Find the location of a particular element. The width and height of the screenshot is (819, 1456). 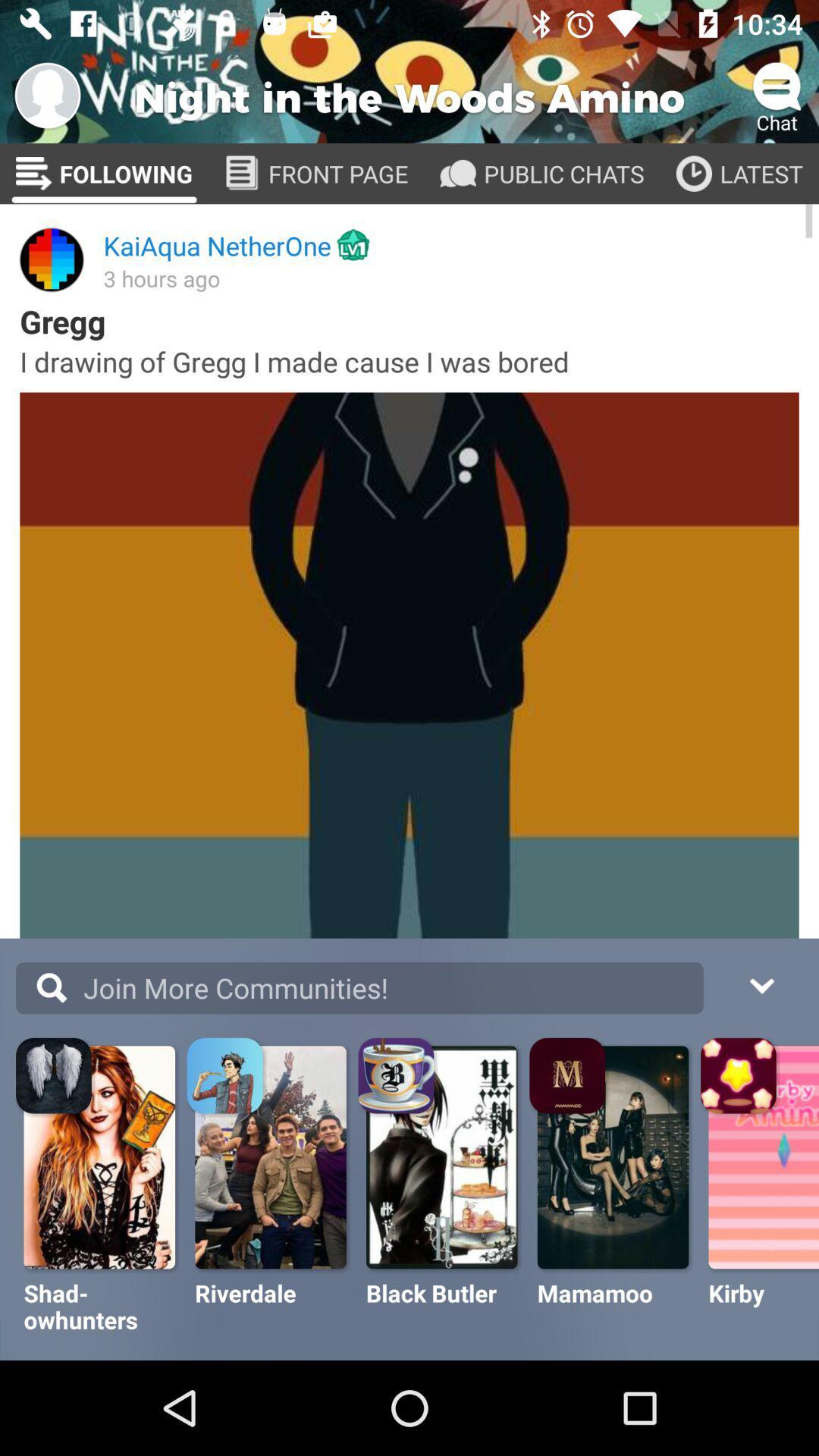

image above gregg is located at coordinates (51, 259).